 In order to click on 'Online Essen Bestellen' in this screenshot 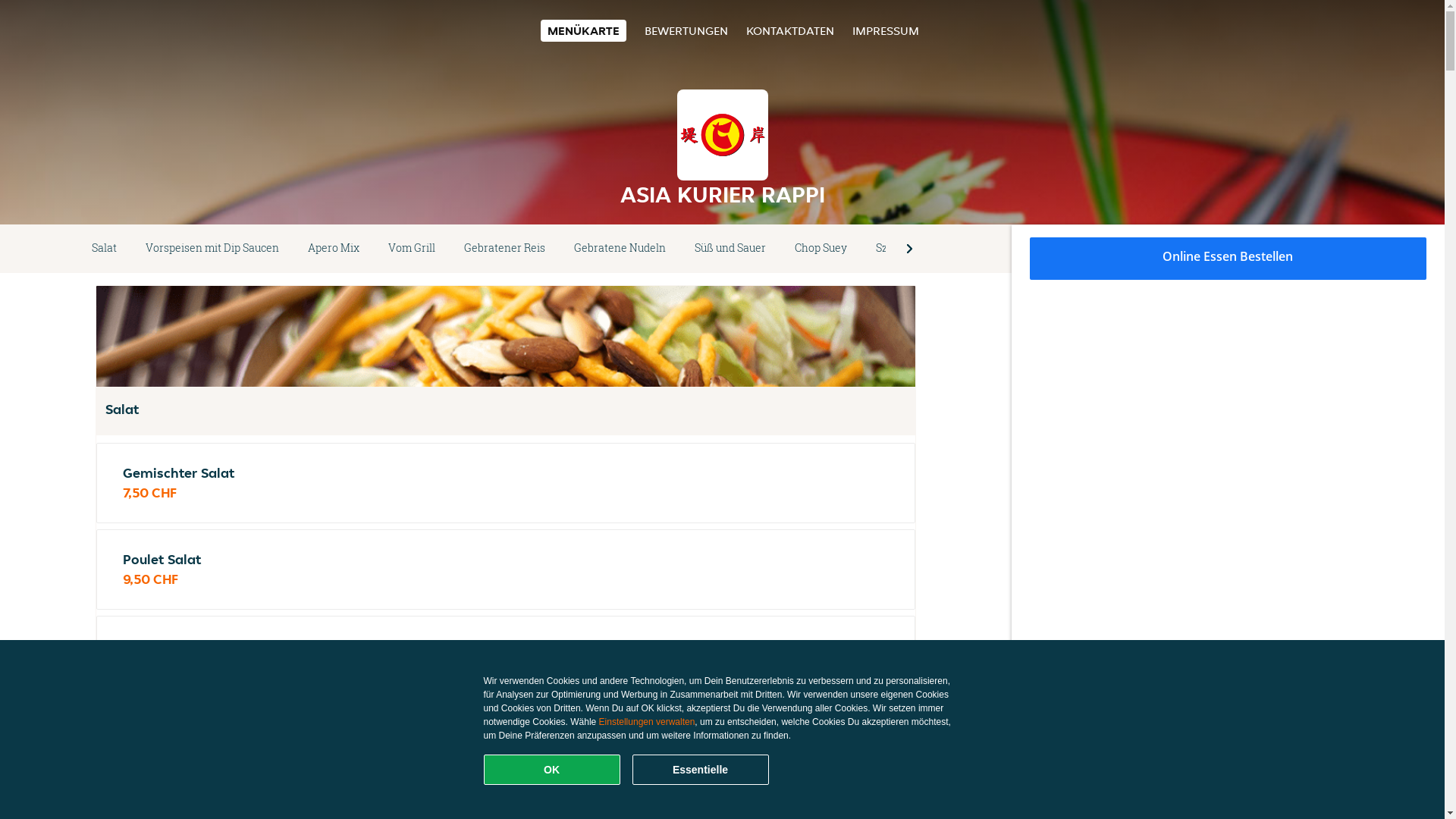, I will do `click(1228, 257)`.